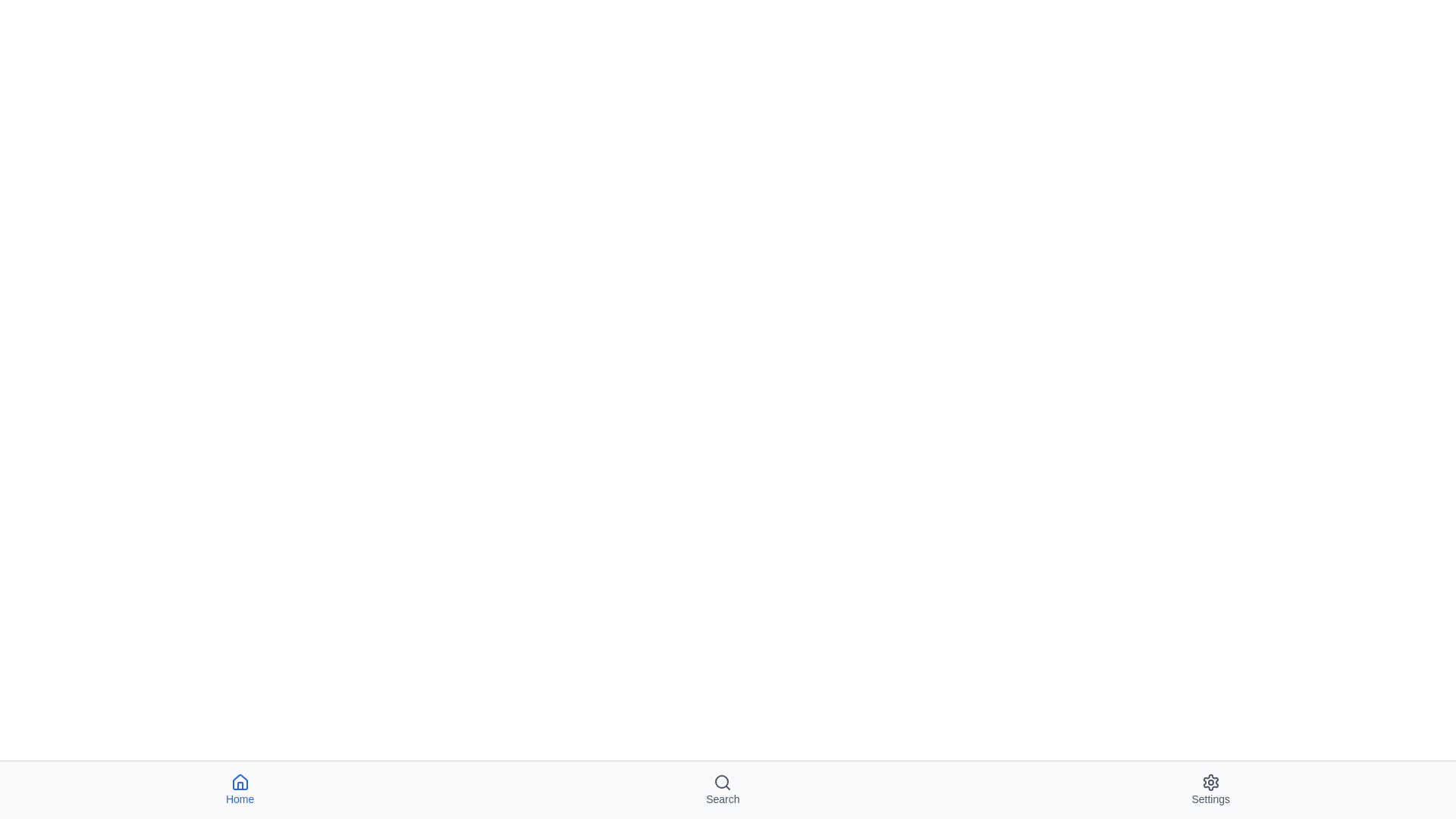 The image size is (1456, 819). What do you see at coordinates (722, 783) in the screenshot?
I see `the search icon, which is represented by a magnifying glass graphic` at bounding box center [722, 783].